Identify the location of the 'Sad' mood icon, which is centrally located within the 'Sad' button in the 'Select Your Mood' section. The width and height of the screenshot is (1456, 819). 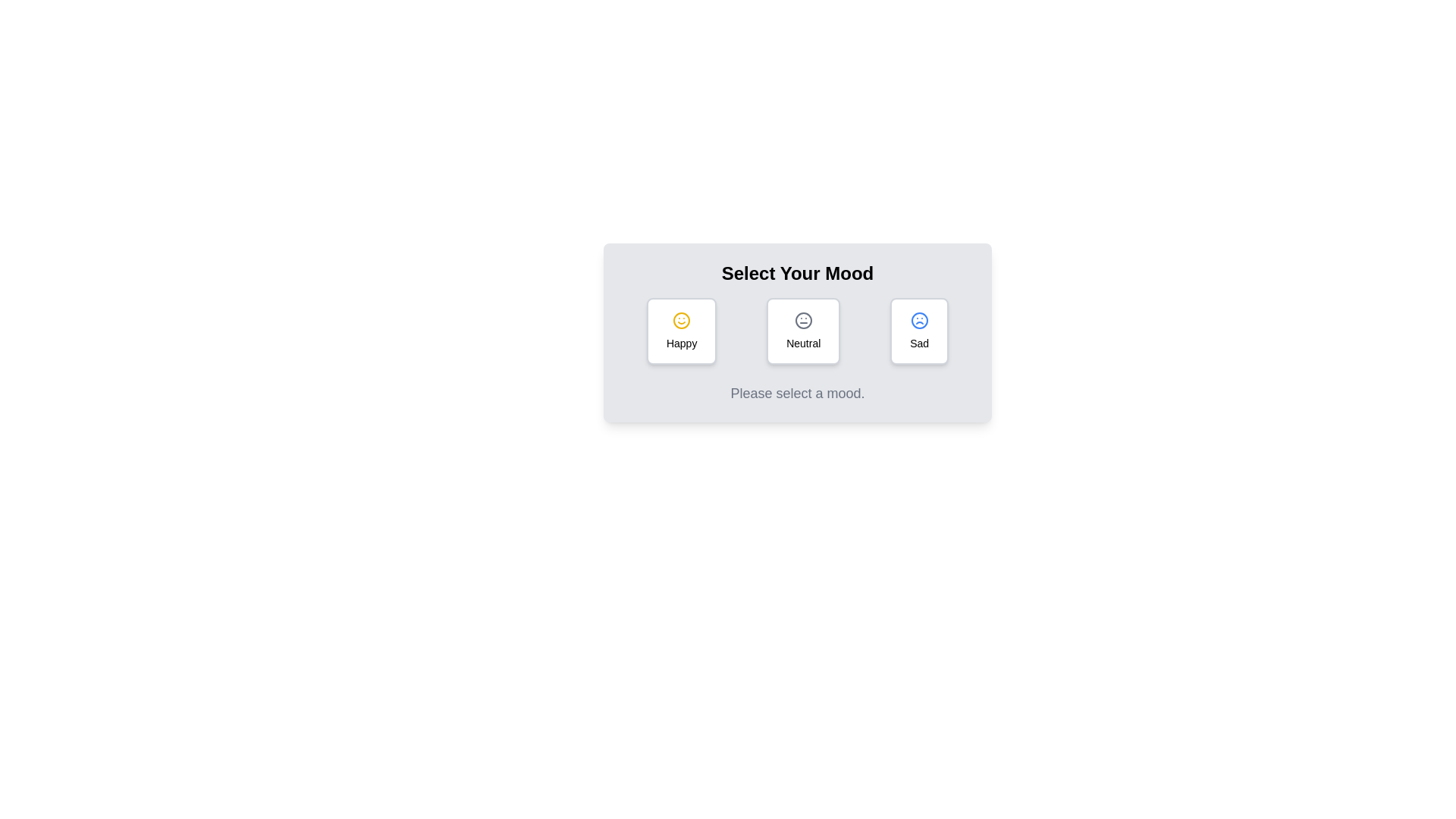
(918, 320).